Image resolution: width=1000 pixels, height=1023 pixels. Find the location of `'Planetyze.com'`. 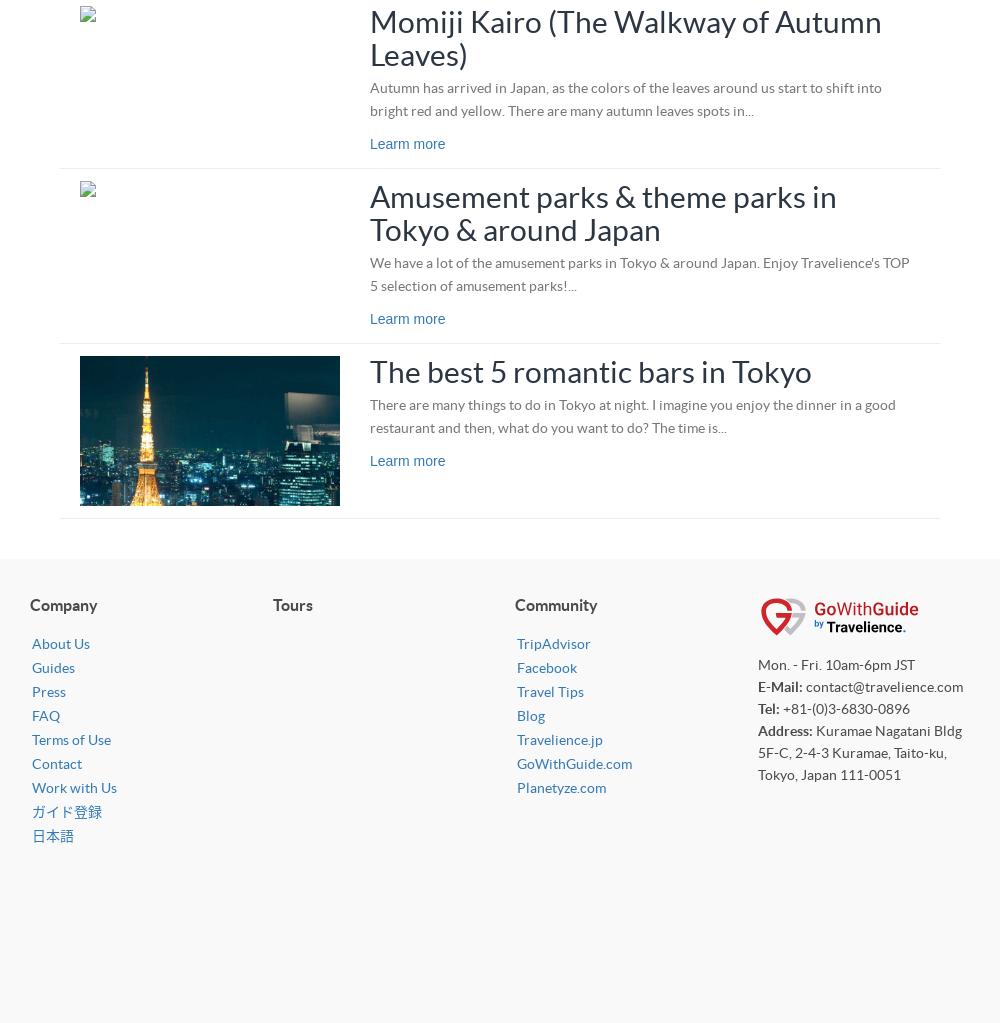

'Planetyze.com' is located at coordinates (561, 785).